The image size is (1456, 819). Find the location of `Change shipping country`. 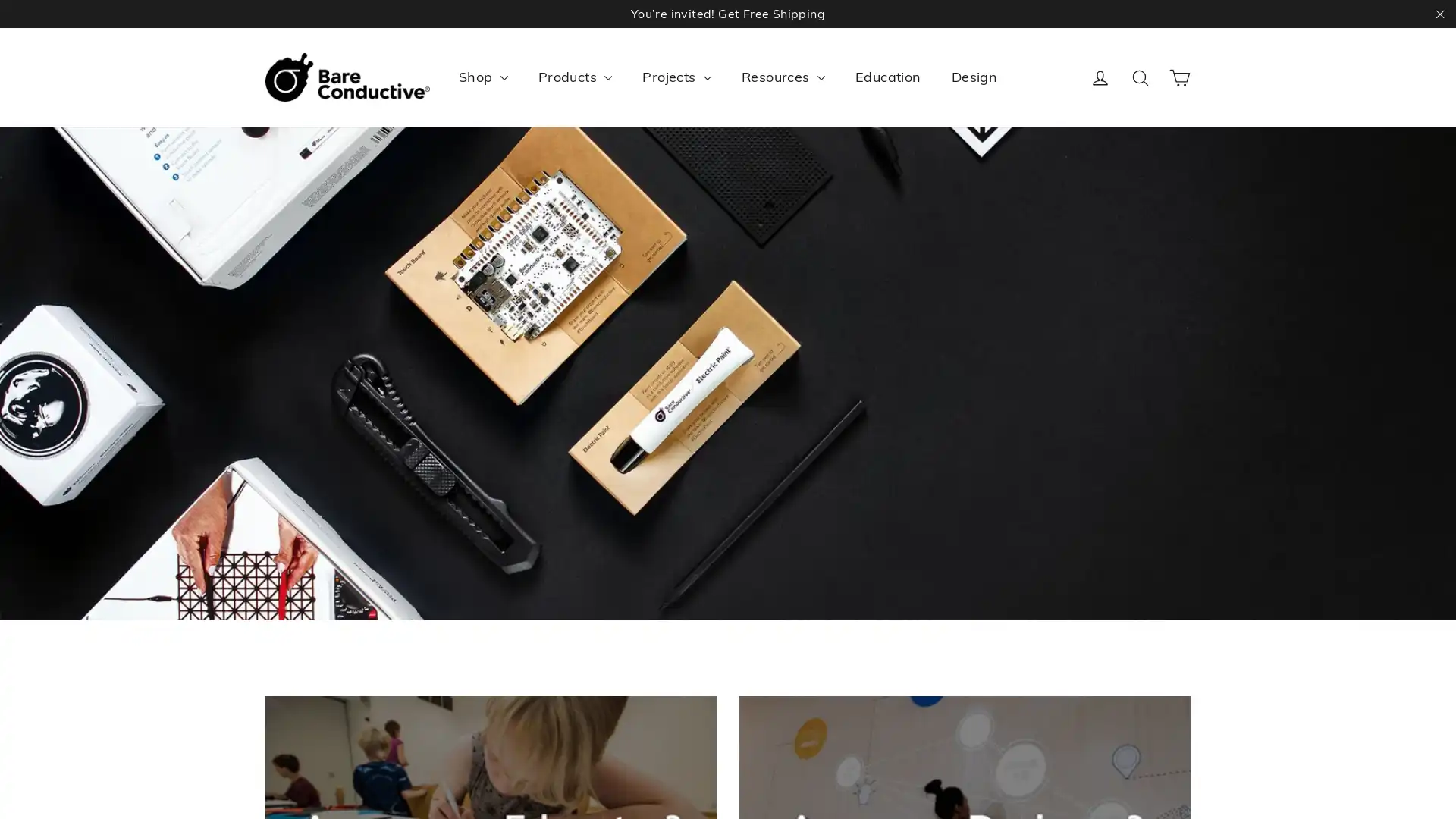

Change shipping country is located at coordinates (726, 519).